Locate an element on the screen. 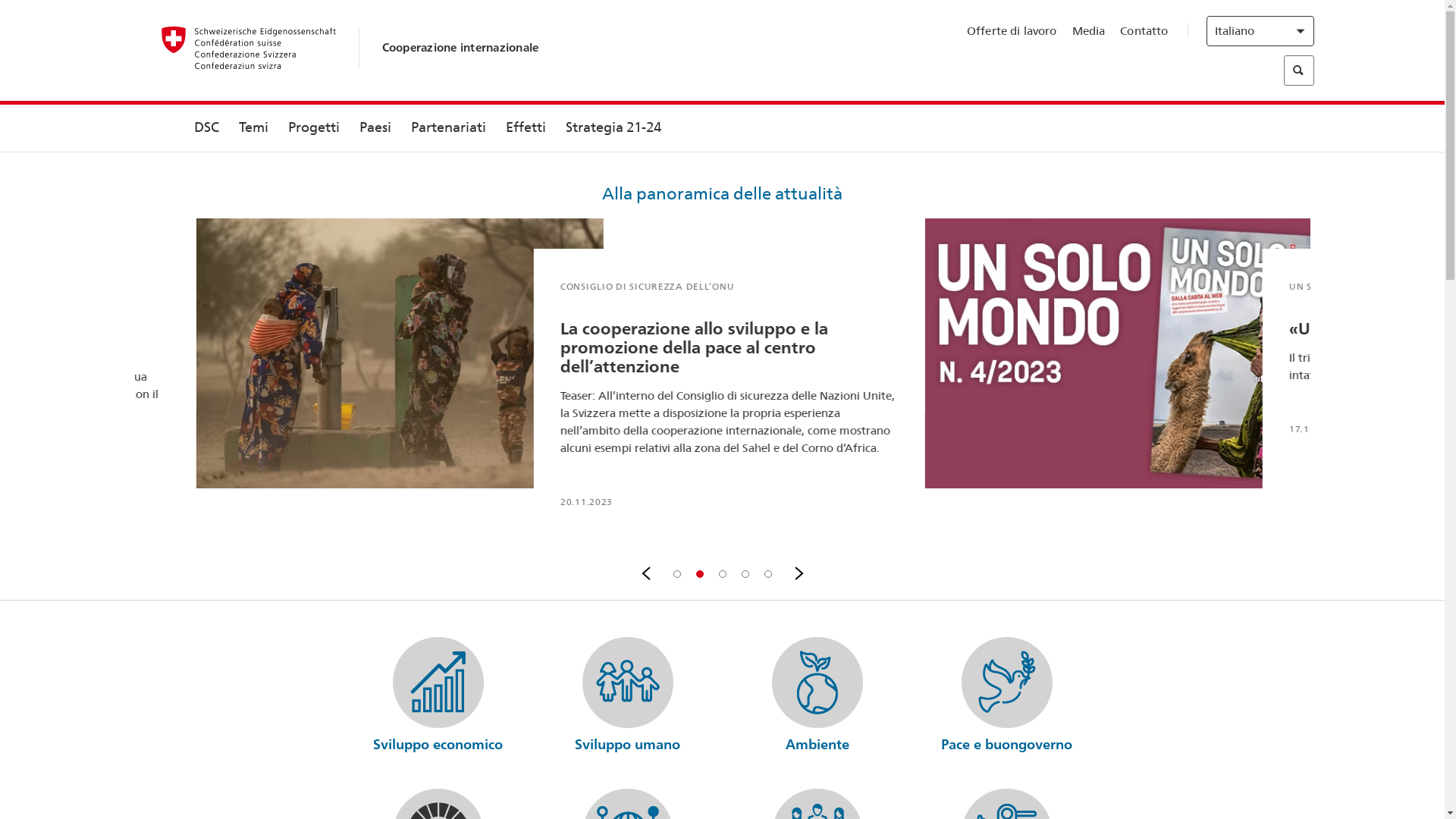 The image size is (1456, 819). 'DSC' is located at coordinates (205, 127).